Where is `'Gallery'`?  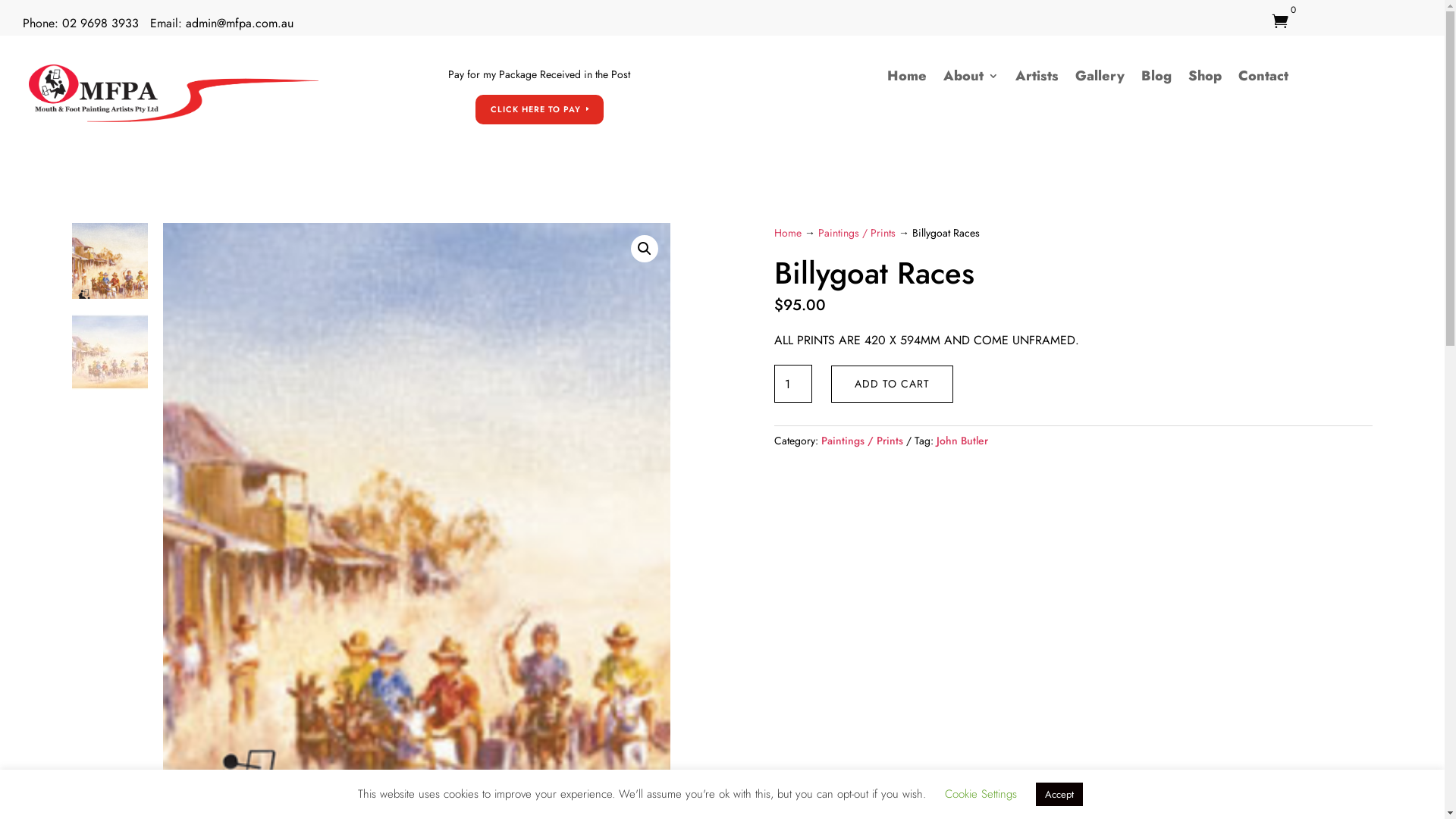
'Gallery' is located at coordinates (1100, 79).